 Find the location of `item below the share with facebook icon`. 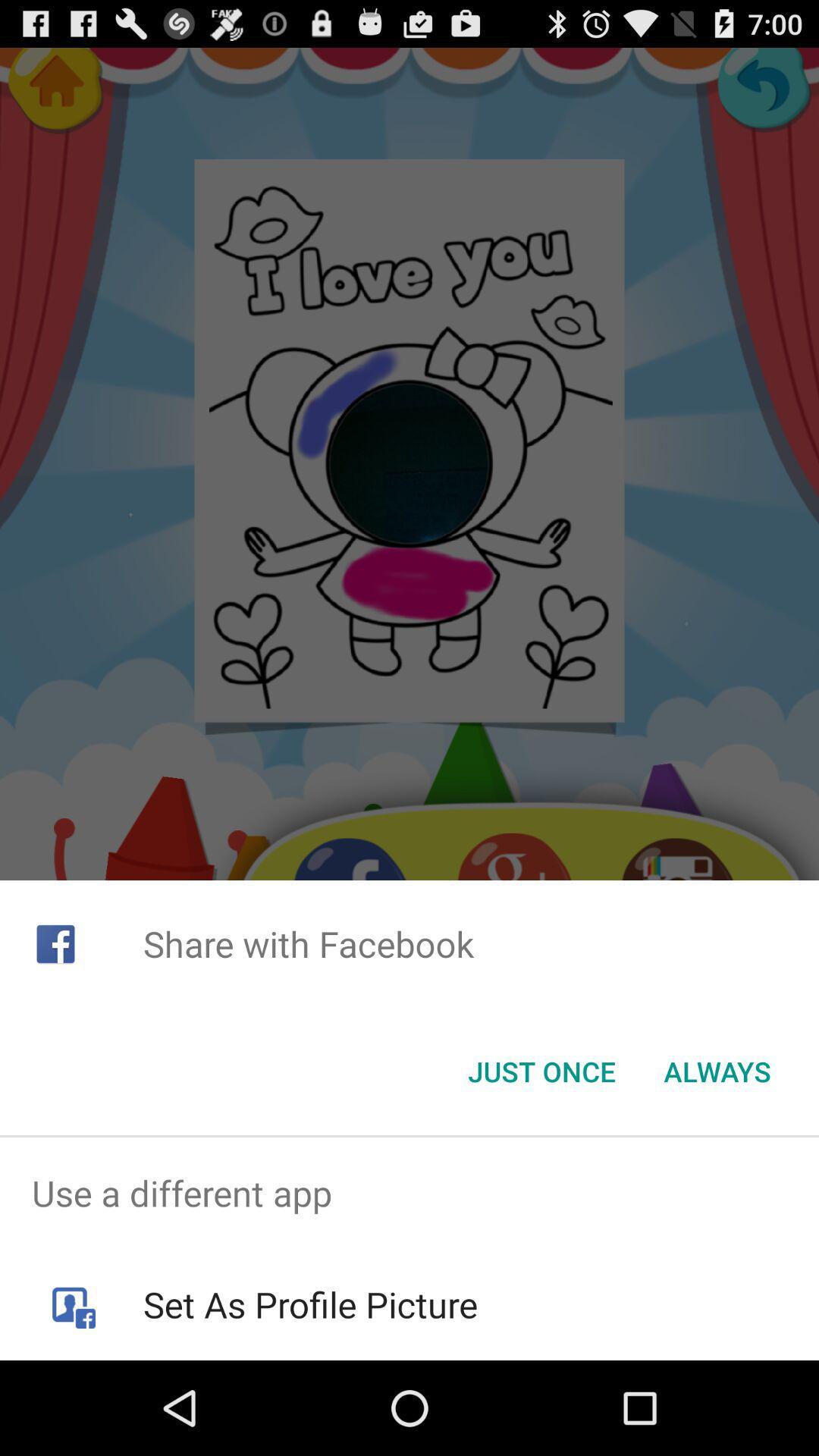

item below the share with facebook icon is located at coordinates (717, 1070).